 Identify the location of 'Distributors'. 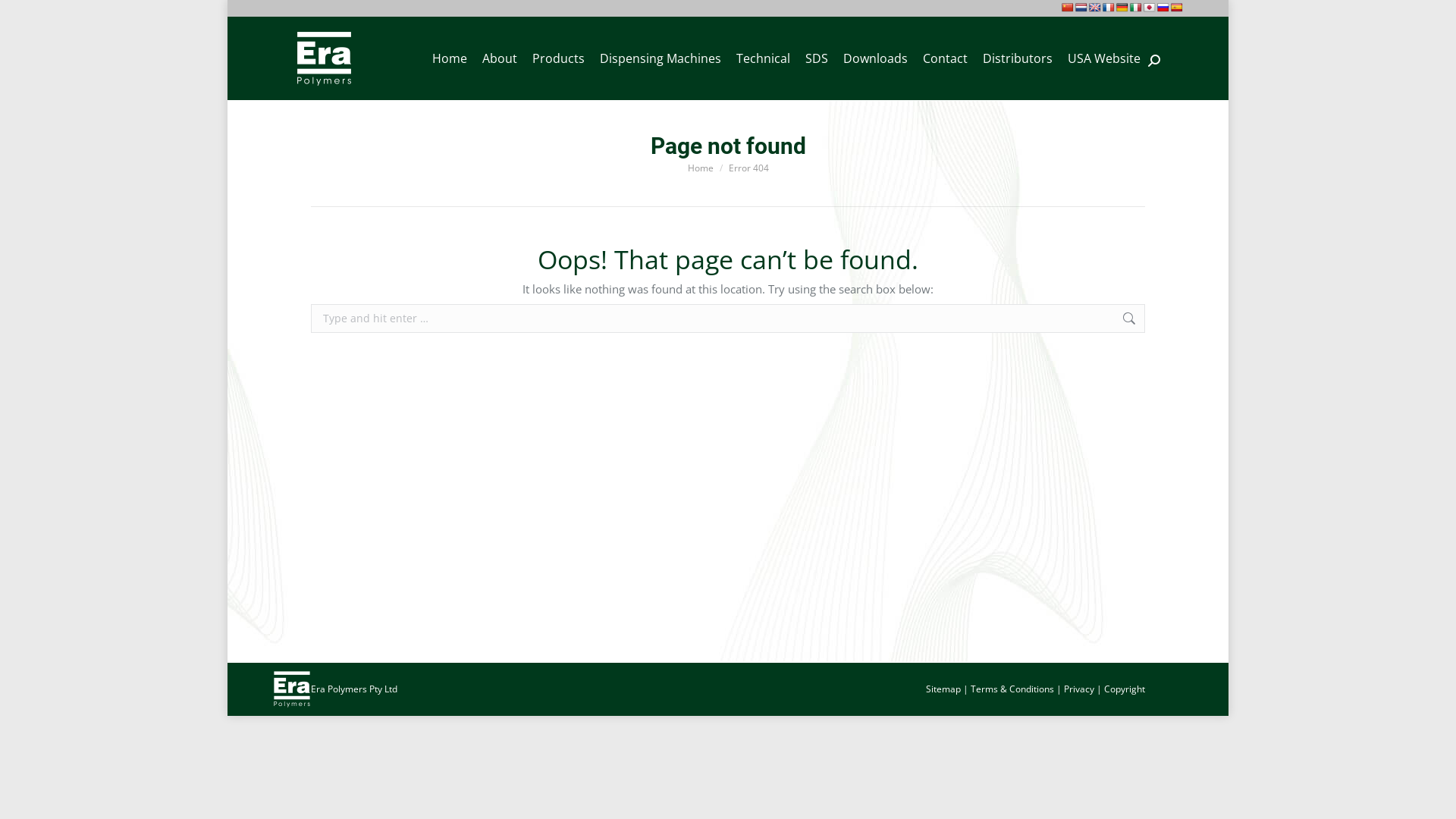
(1018, 58).